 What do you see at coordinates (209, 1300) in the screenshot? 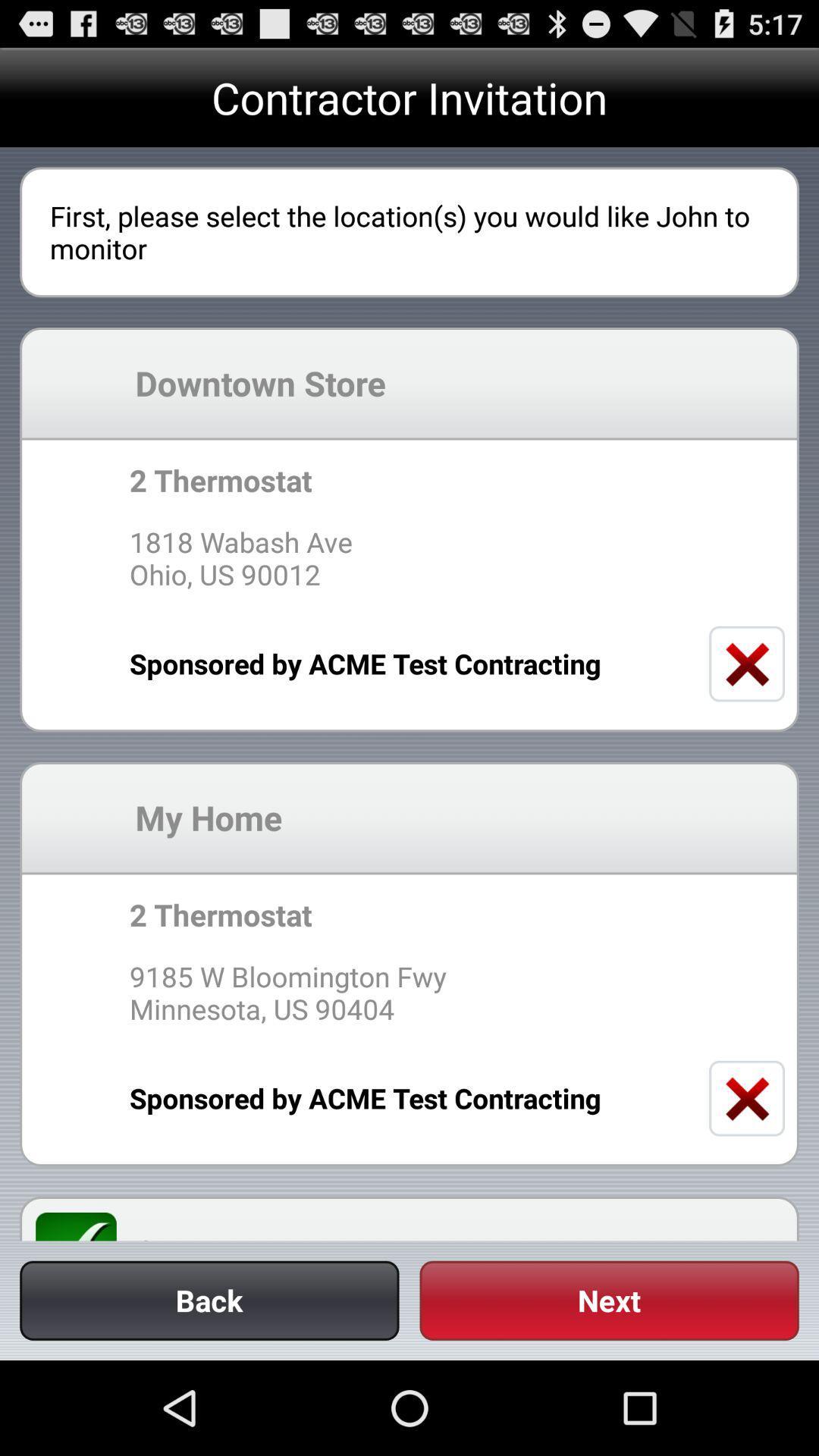
I see `back` at bounding box center [209, 1300].